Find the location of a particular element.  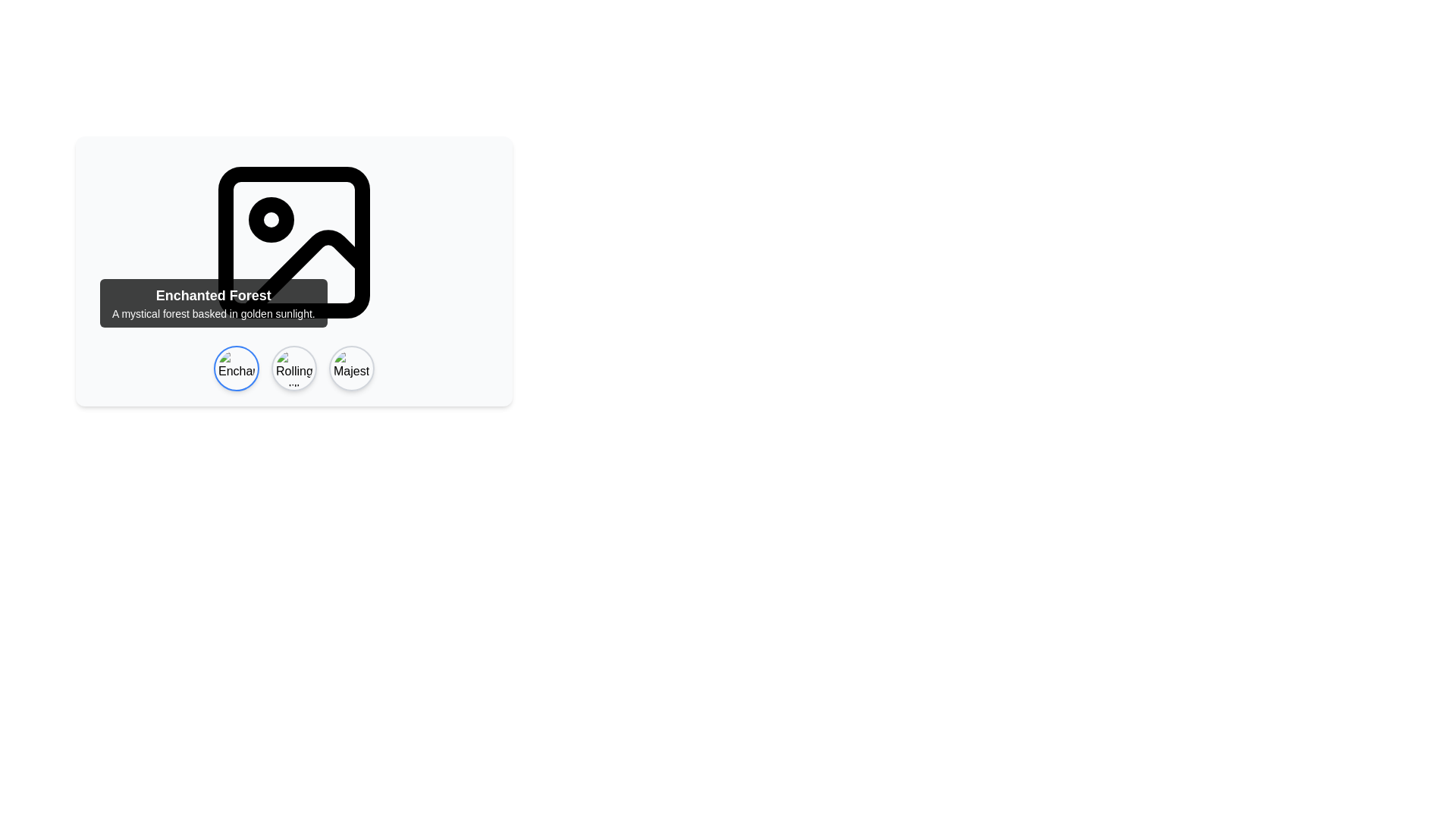

the clickable circular card labeled 'Majest', which is the third item in a group of circular elements, to trigger a visual effect is located at coordinates (351, 369).